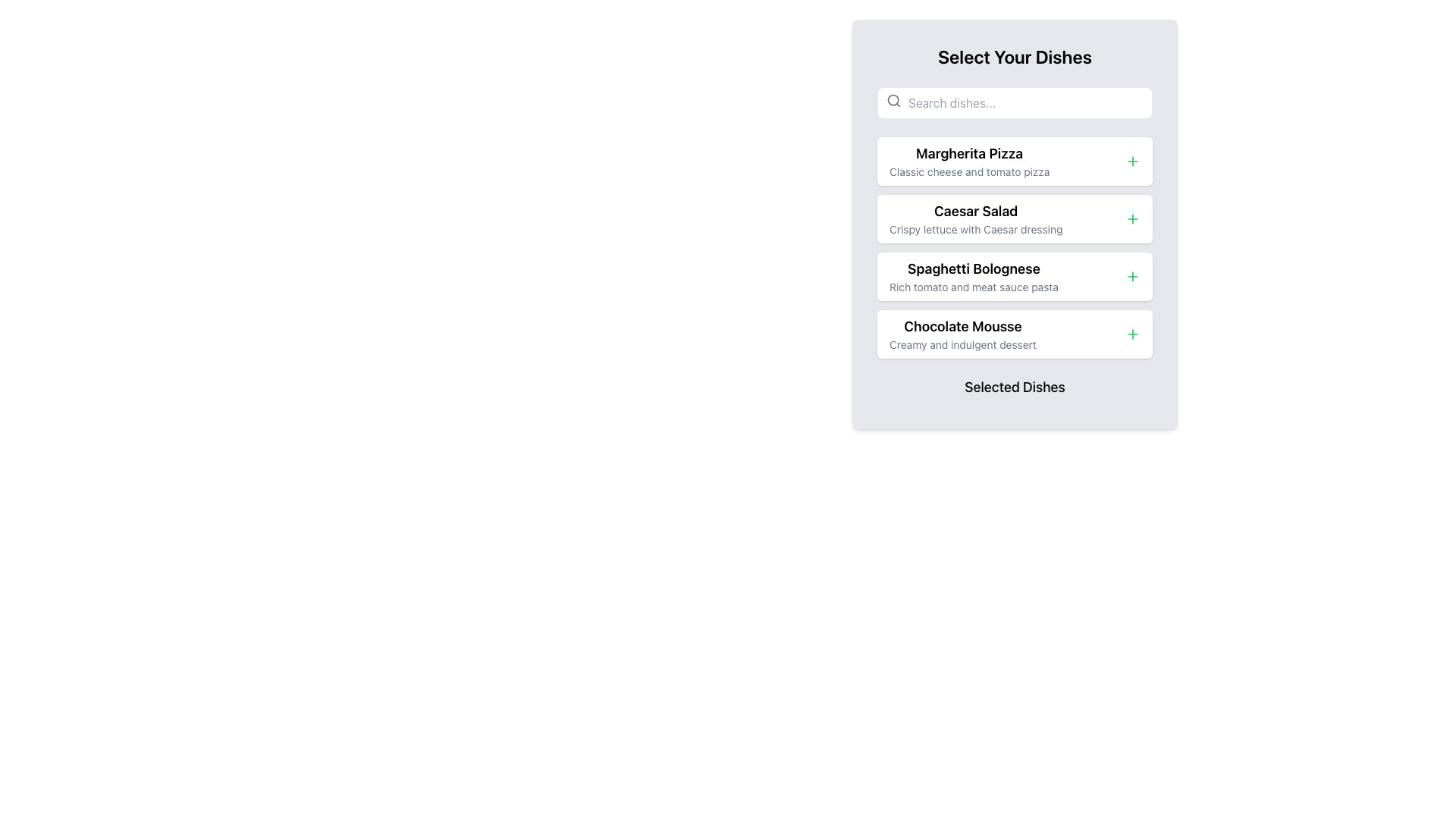 The image size is (1456, 819). Describe the element at coordinates (976, 219) in the screenshot. I see `the text display element that provides information about the second dish option, located below 'Margherita Pizza' and above 'Spaghetti Bolognese'` at that location.